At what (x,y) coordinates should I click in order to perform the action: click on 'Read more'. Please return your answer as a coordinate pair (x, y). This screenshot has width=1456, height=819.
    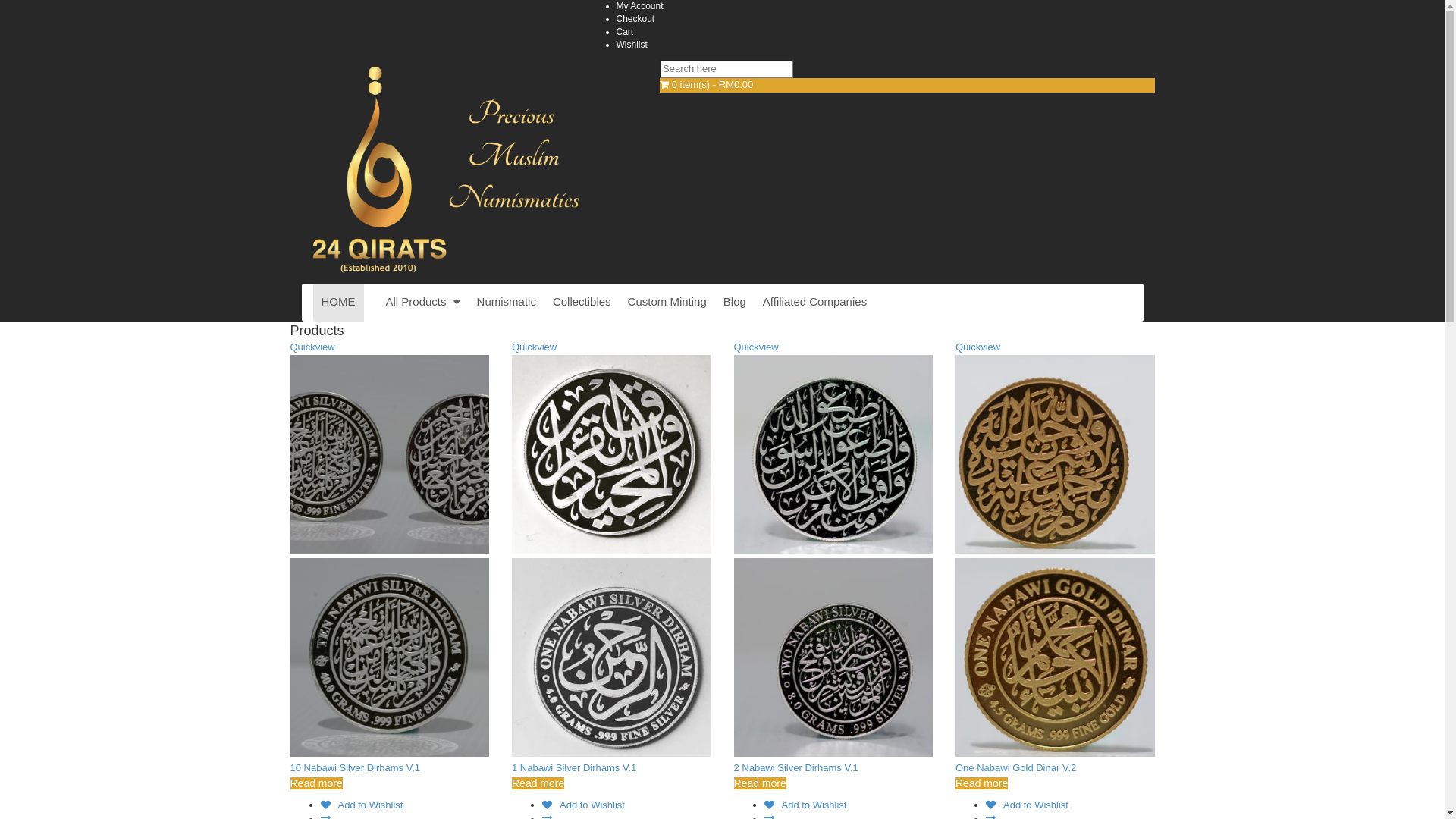
    Looking at the image, I should click on (315, 783).